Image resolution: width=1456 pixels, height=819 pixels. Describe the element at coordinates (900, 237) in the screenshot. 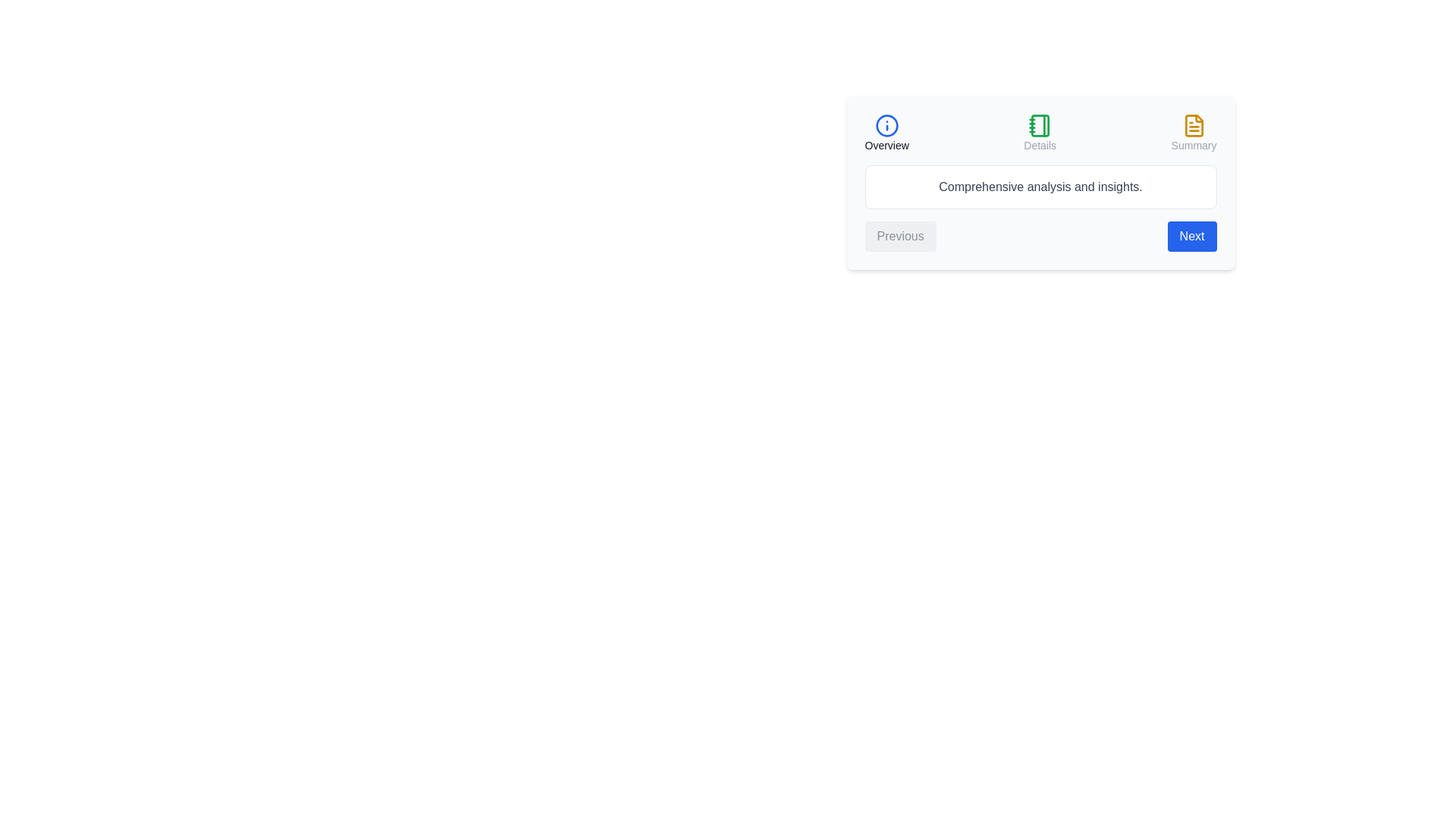

I see `the 'Previous' button to navigate to the previous step` at that location.